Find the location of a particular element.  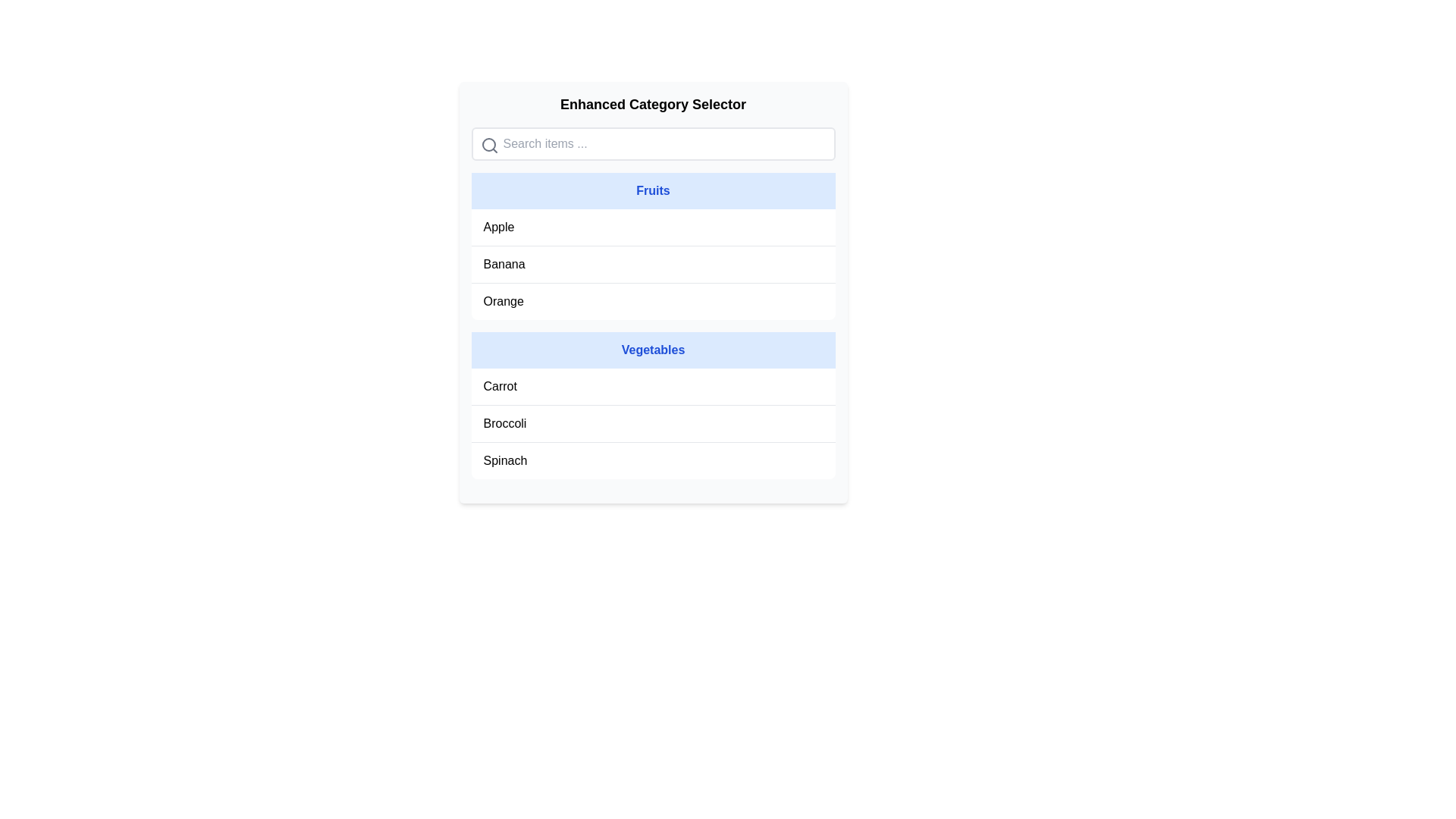

the text label 'Broccoli' located under the 'Vegetables' section of the category list is located at coordinates (504, 424).